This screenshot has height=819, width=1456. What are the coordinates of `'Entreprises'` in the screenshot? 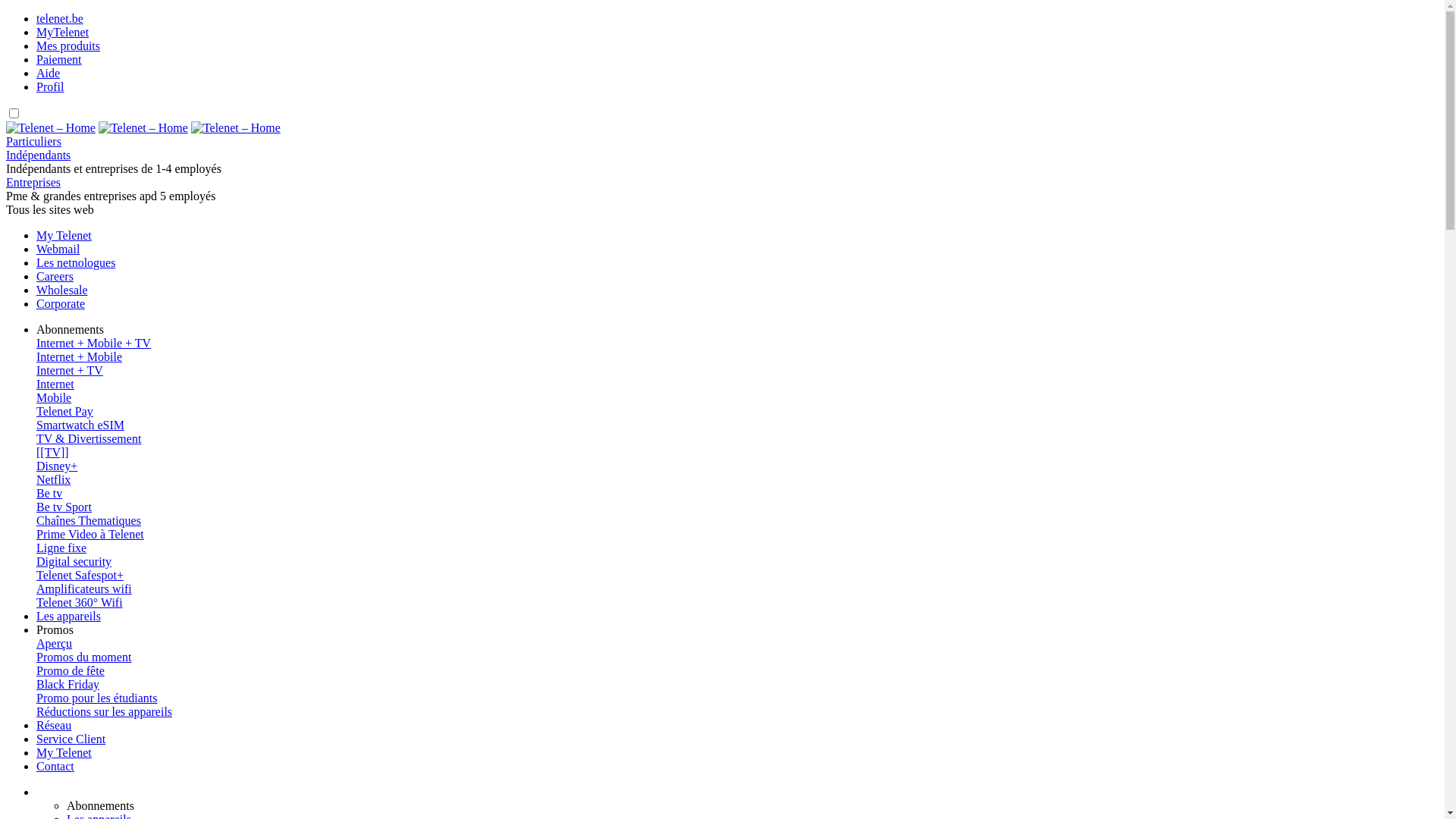 It's located at (33, 181).